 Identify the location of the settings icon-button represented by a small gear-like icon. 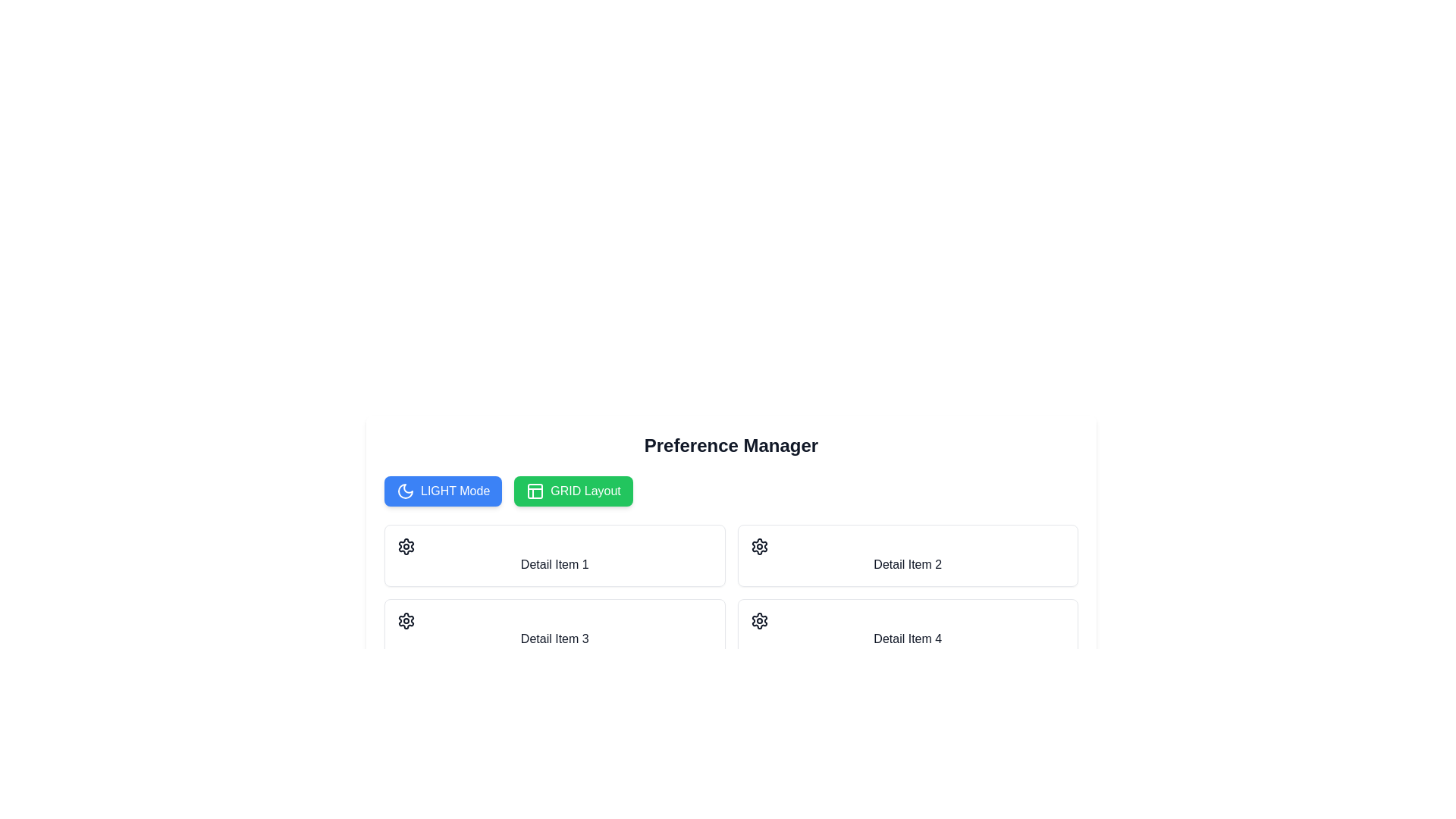
(759, 547).